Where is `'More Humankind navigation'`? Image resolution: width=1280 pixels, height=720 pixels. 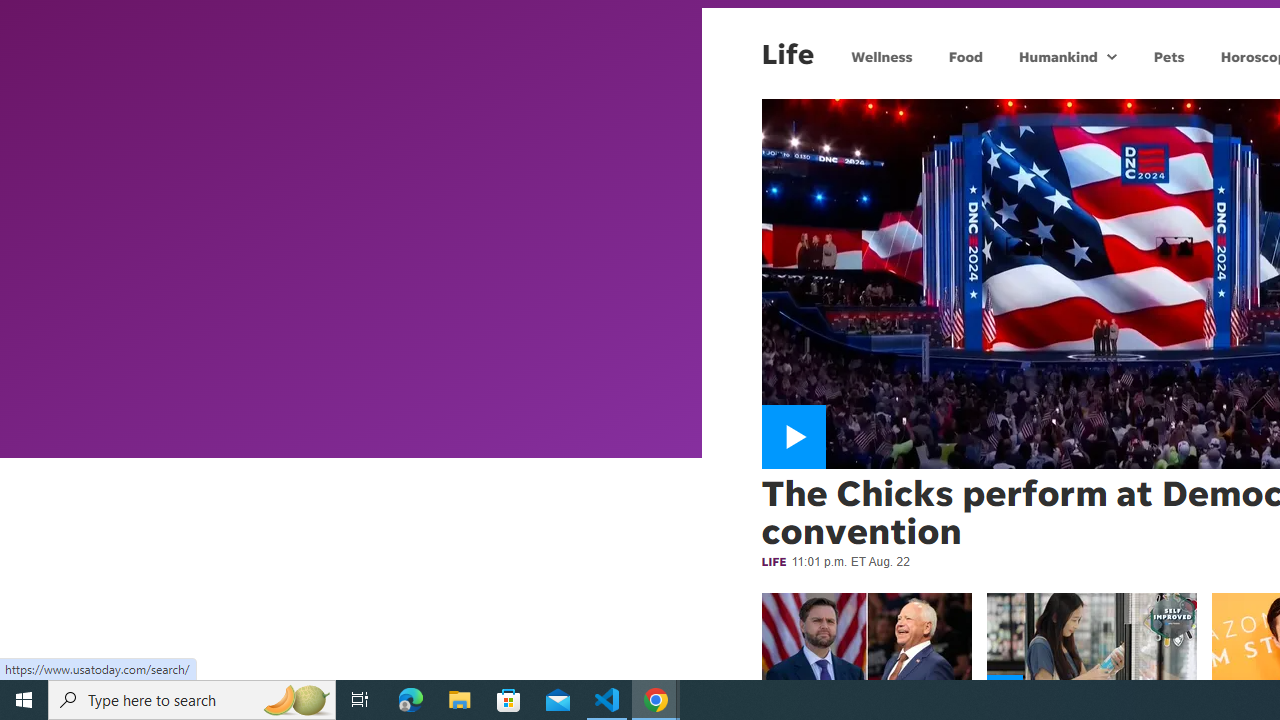
'More Humankind navigation' is located at coordinates (1110, 55).